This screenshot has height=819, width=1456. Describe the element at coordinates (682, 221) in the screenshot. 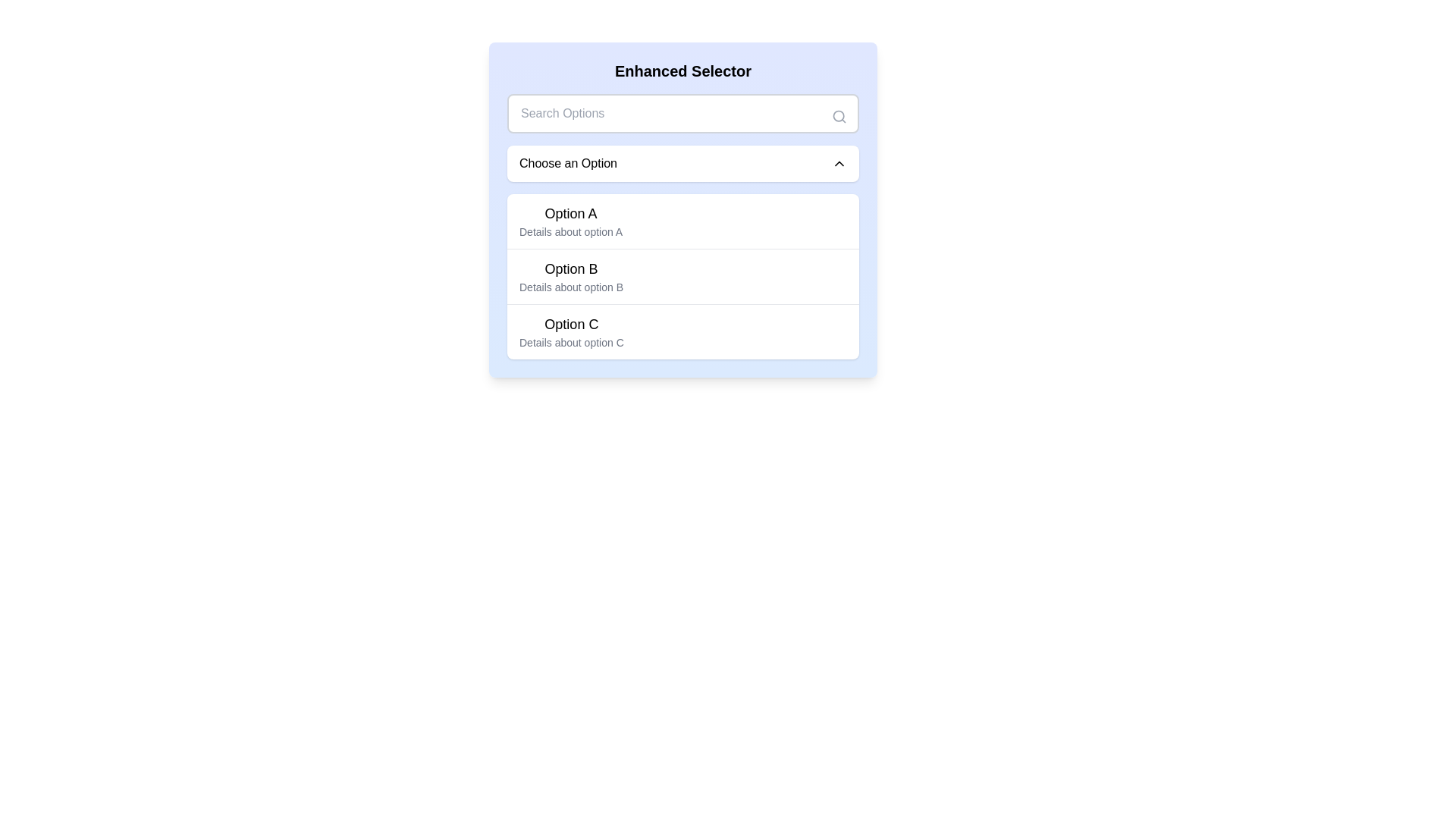

I see `the first selectable option in the list, which represents 'Option A'` at that location.